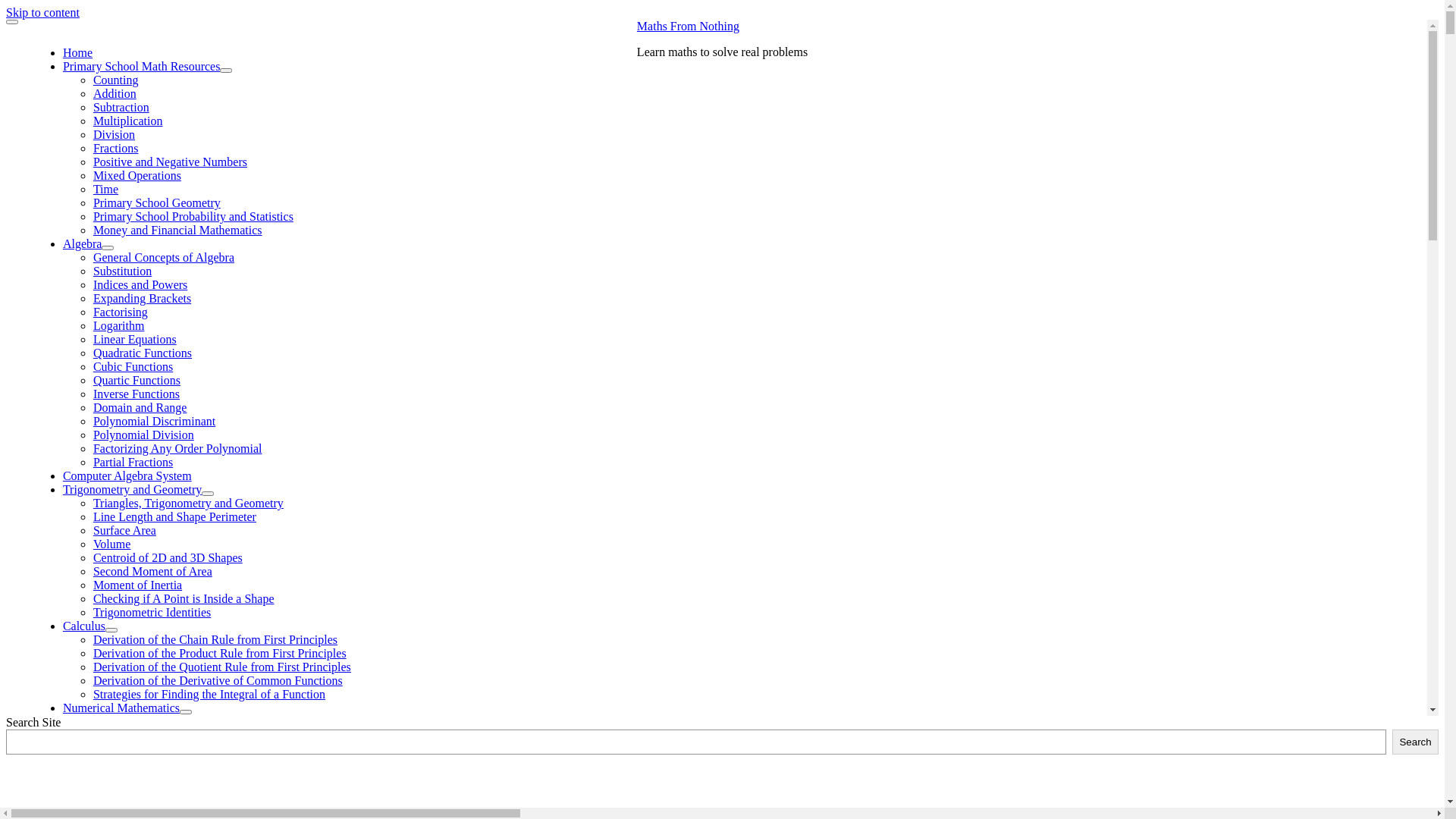  I want to click on 'Computer Algebra System', so click(127, 475).